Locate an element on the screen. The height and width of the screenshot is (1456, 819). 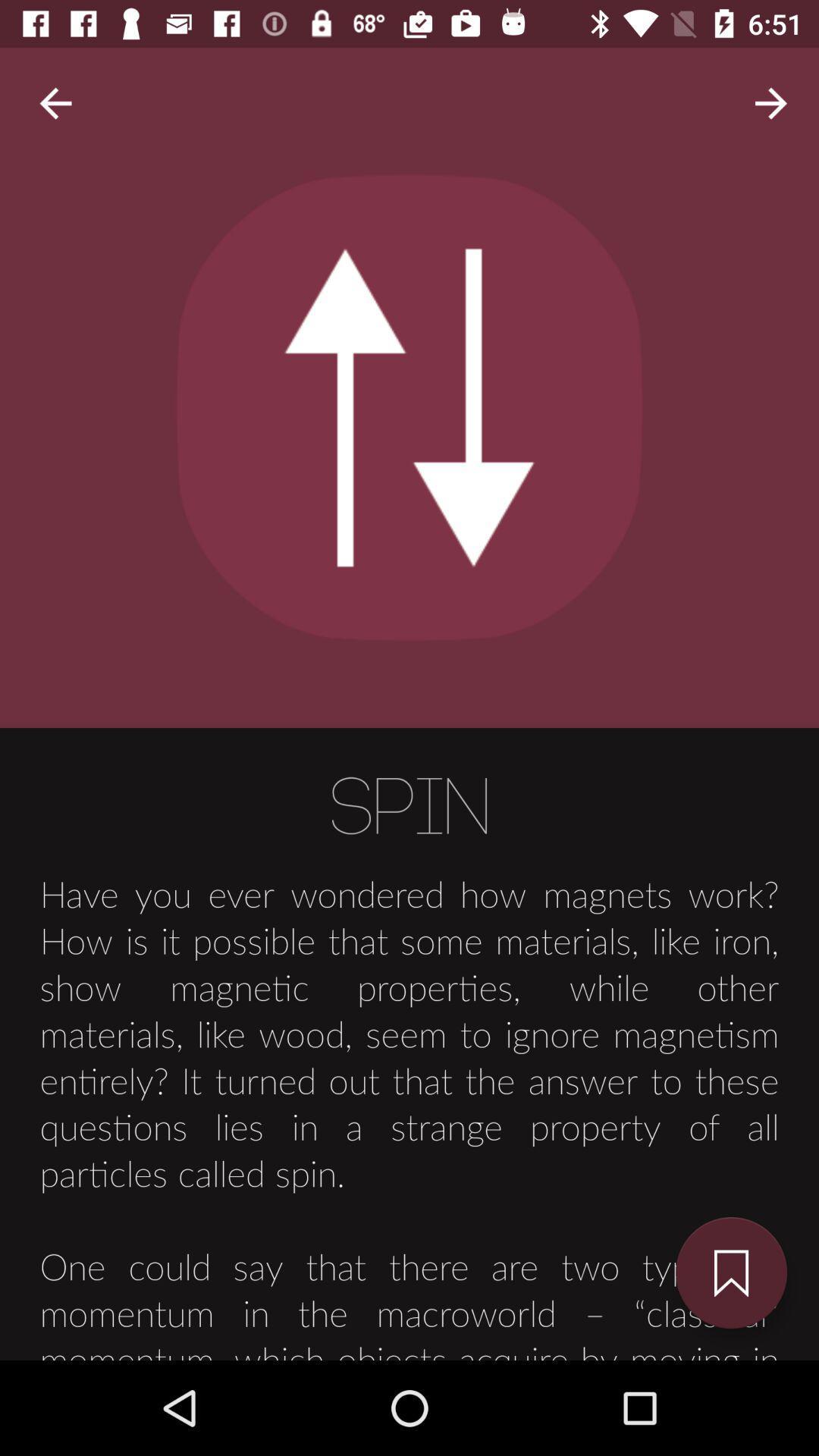
the bookmark icon is located at coordinates (730, 1272).